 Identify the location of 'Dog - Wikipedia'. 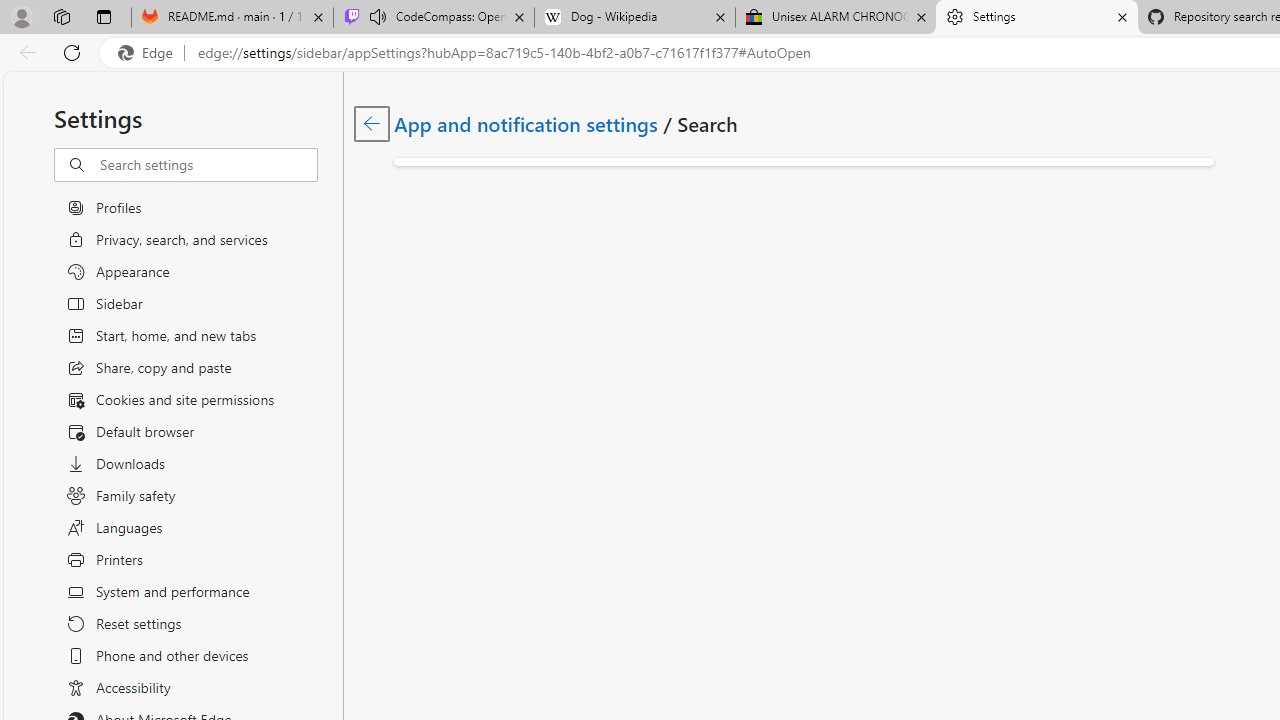
(633, 17).